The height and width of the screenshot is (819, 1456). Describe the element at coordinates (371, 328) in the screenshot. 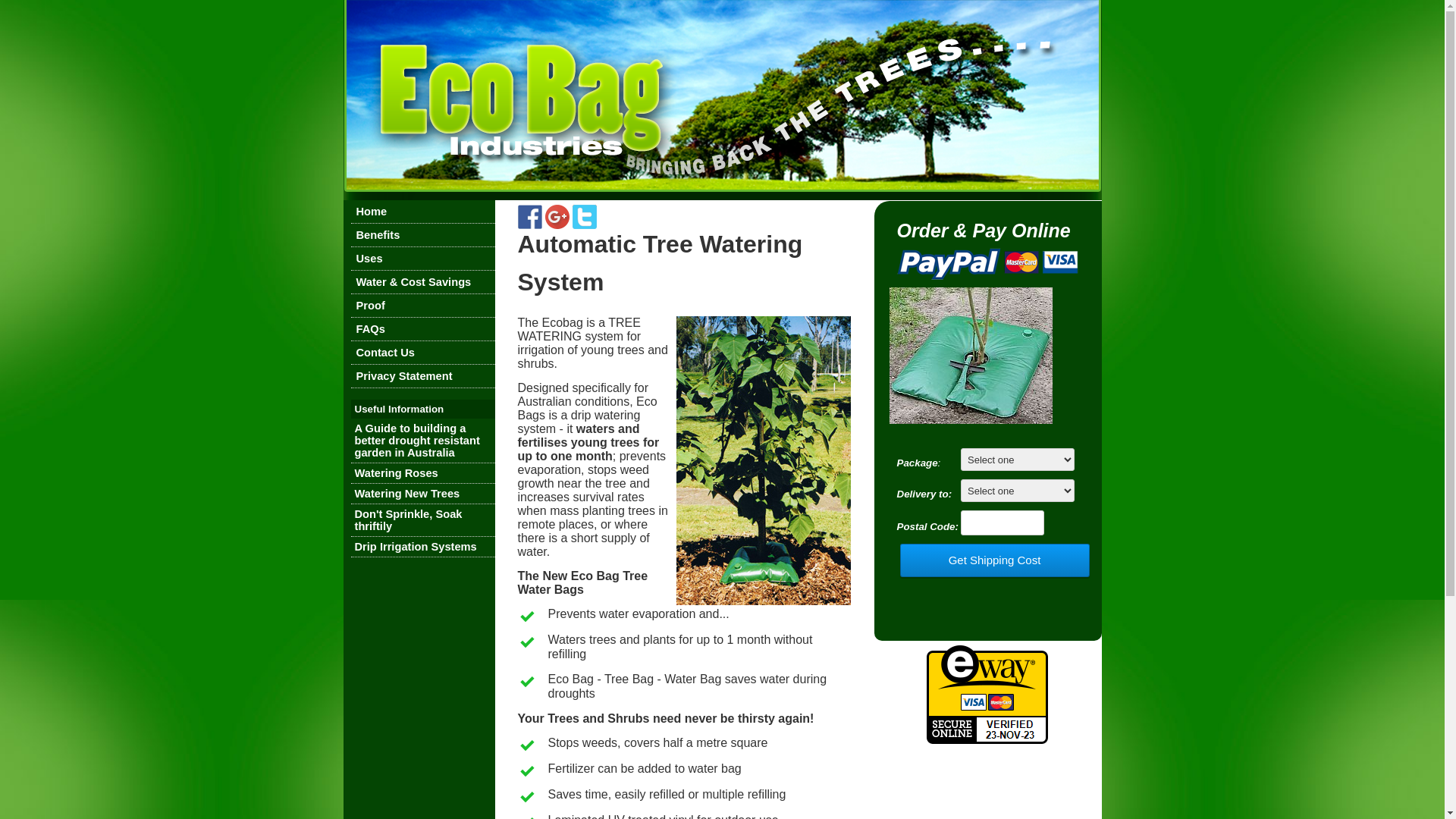

I see `'FAQs'` at that location.